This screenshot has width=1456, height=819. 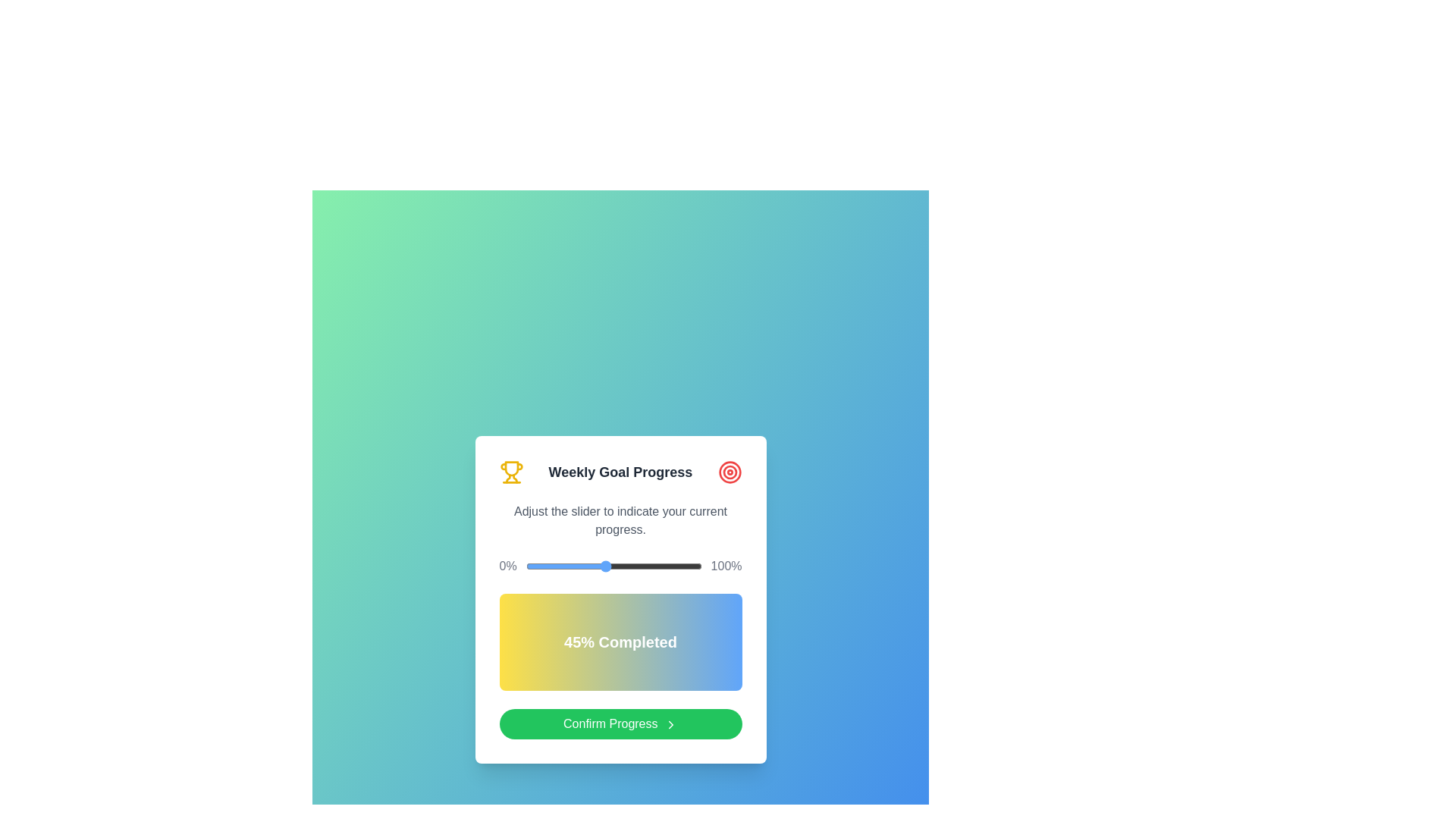 What do you see at coordinates (689, 566) in the screenshot?
I see `the slider to set the progress to 93%` at bounding box center [689, 566].